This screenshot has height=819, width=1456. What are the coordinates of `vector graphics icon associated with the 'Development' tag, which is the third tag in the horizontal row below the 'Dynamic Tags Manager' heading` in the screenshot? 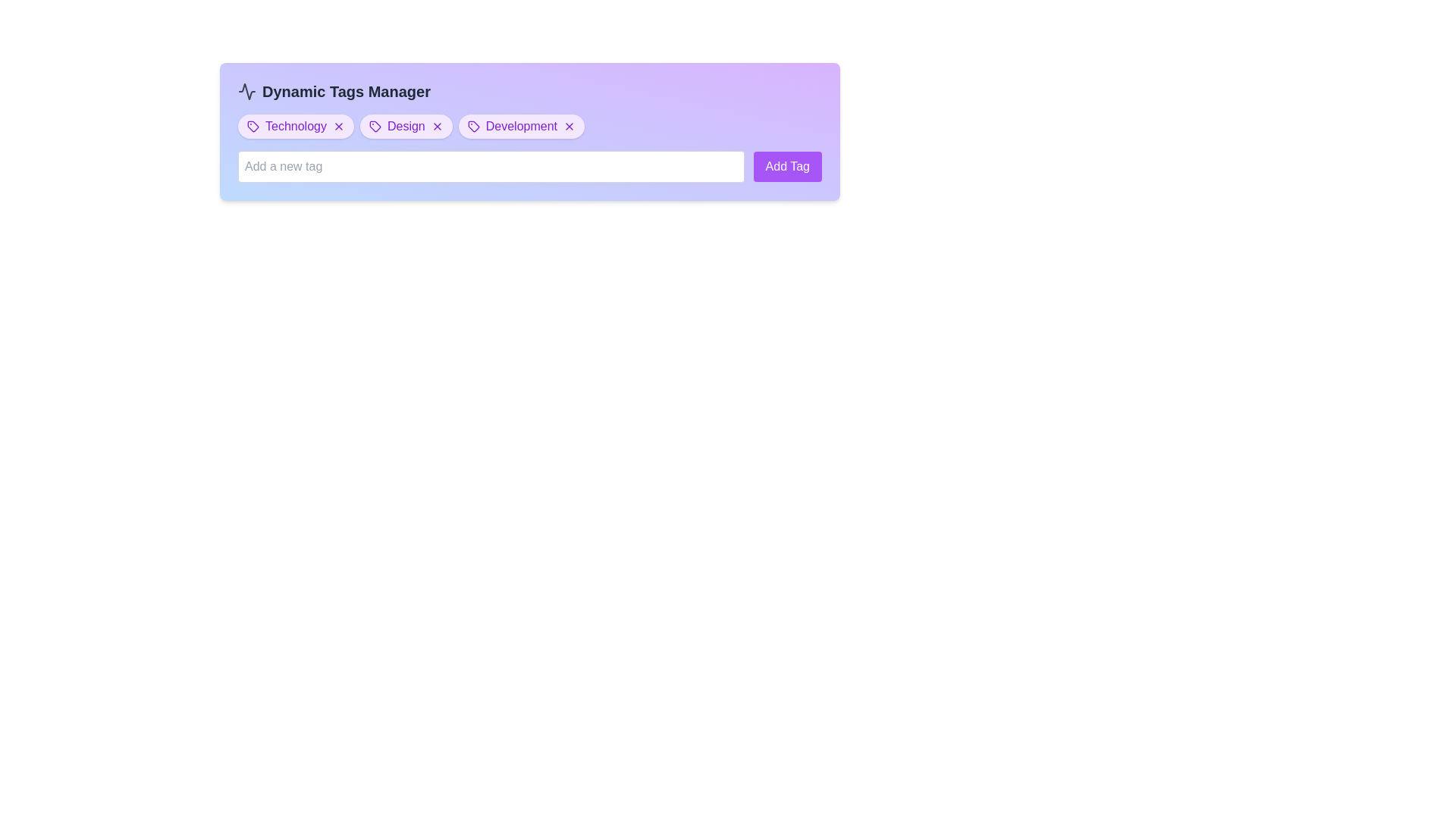 It's located at (472, 125).